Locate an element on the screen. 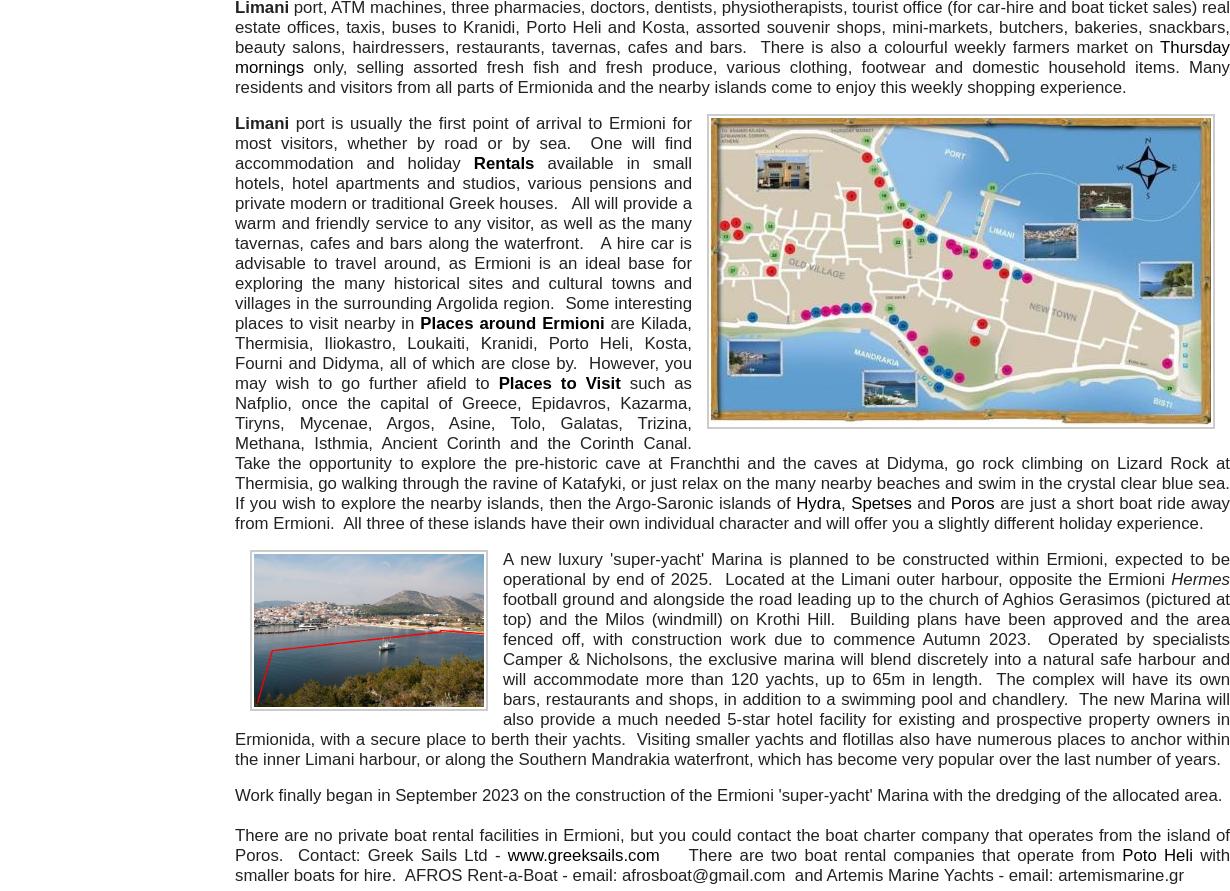 This screenshot has width=1230, height=891. 'There is also a colourful weekly' is located at coordinates (882, 47).